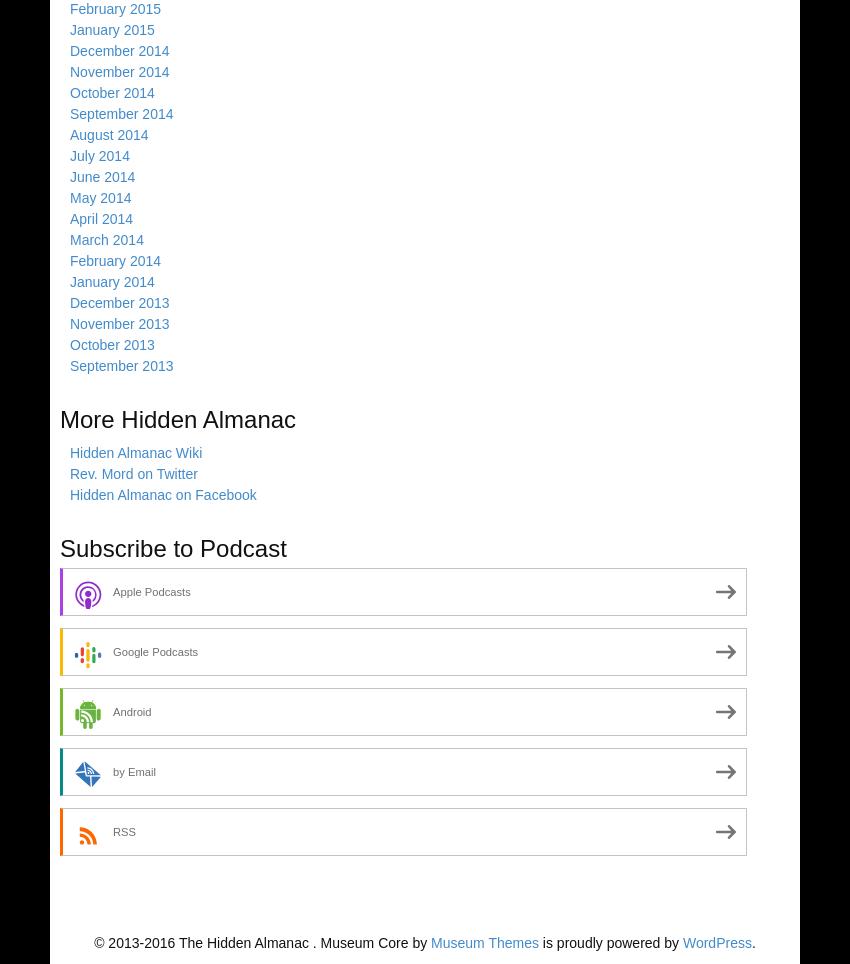  I want to click on 'July 2014', so click(98, 155).